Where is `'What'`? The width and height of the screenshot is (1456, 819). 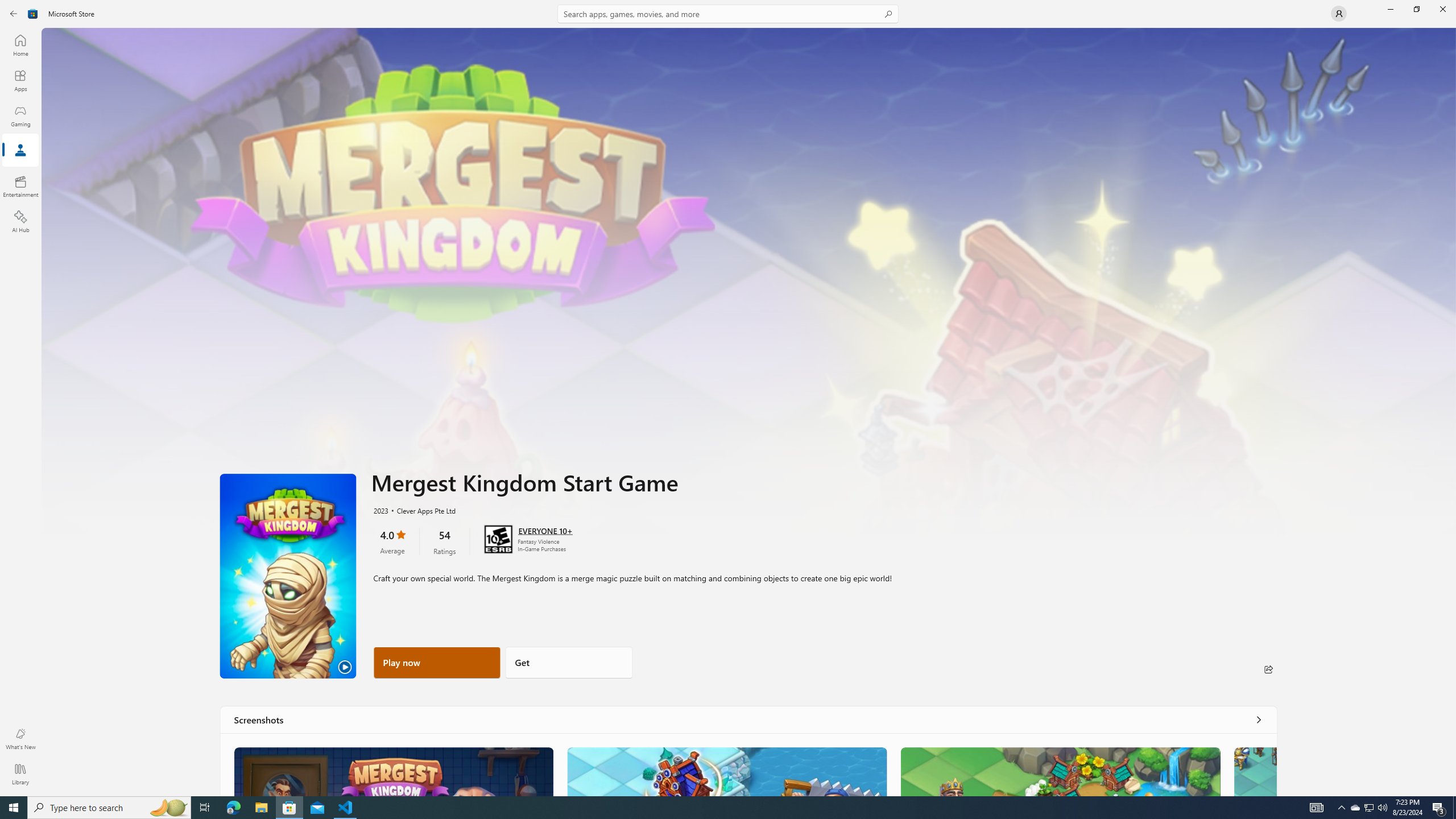 'What' is located at coordinates (19, 738).